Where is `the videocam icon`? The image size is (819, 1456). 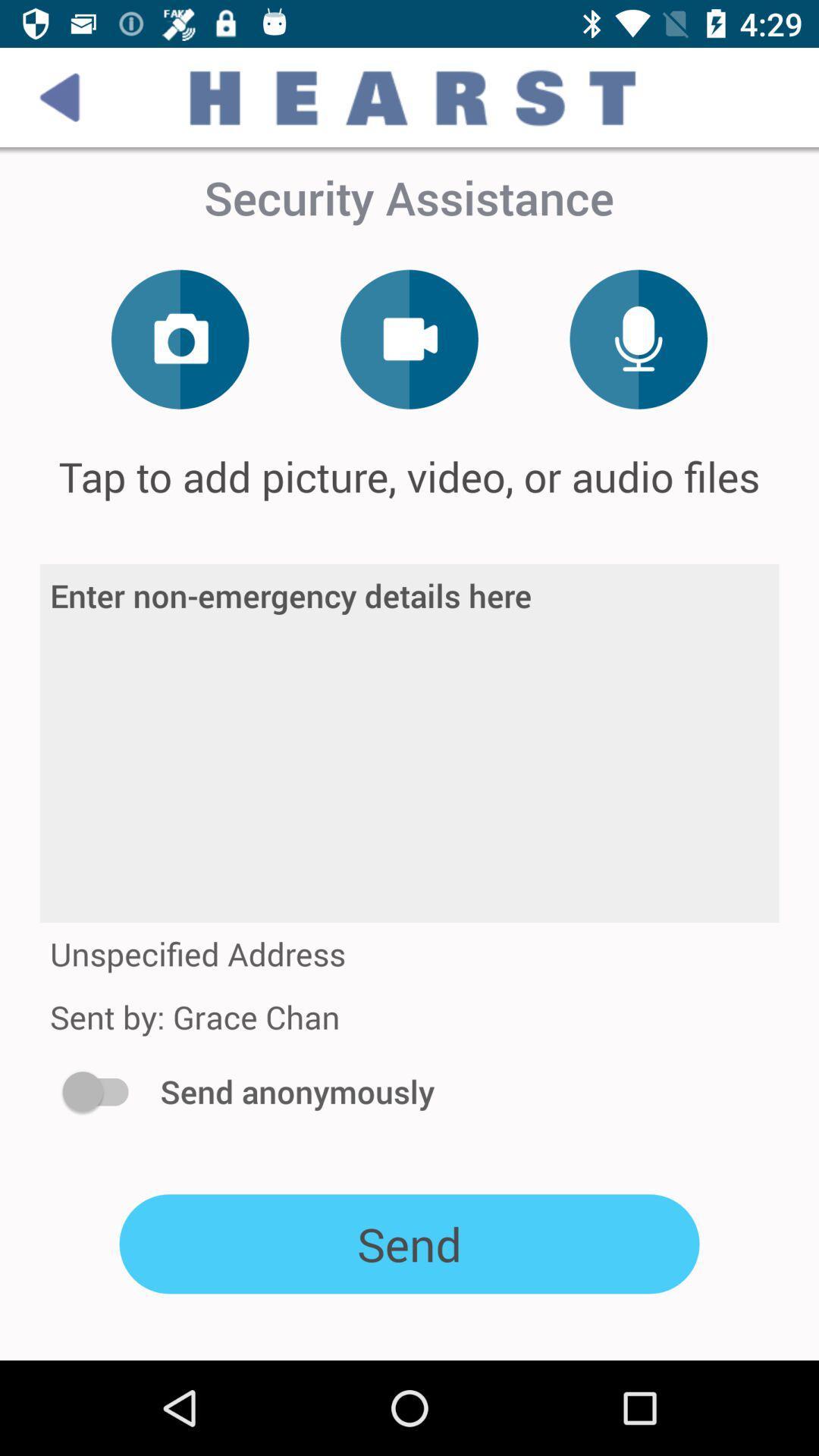 the videocam icon is located at coordinates (409, 338).